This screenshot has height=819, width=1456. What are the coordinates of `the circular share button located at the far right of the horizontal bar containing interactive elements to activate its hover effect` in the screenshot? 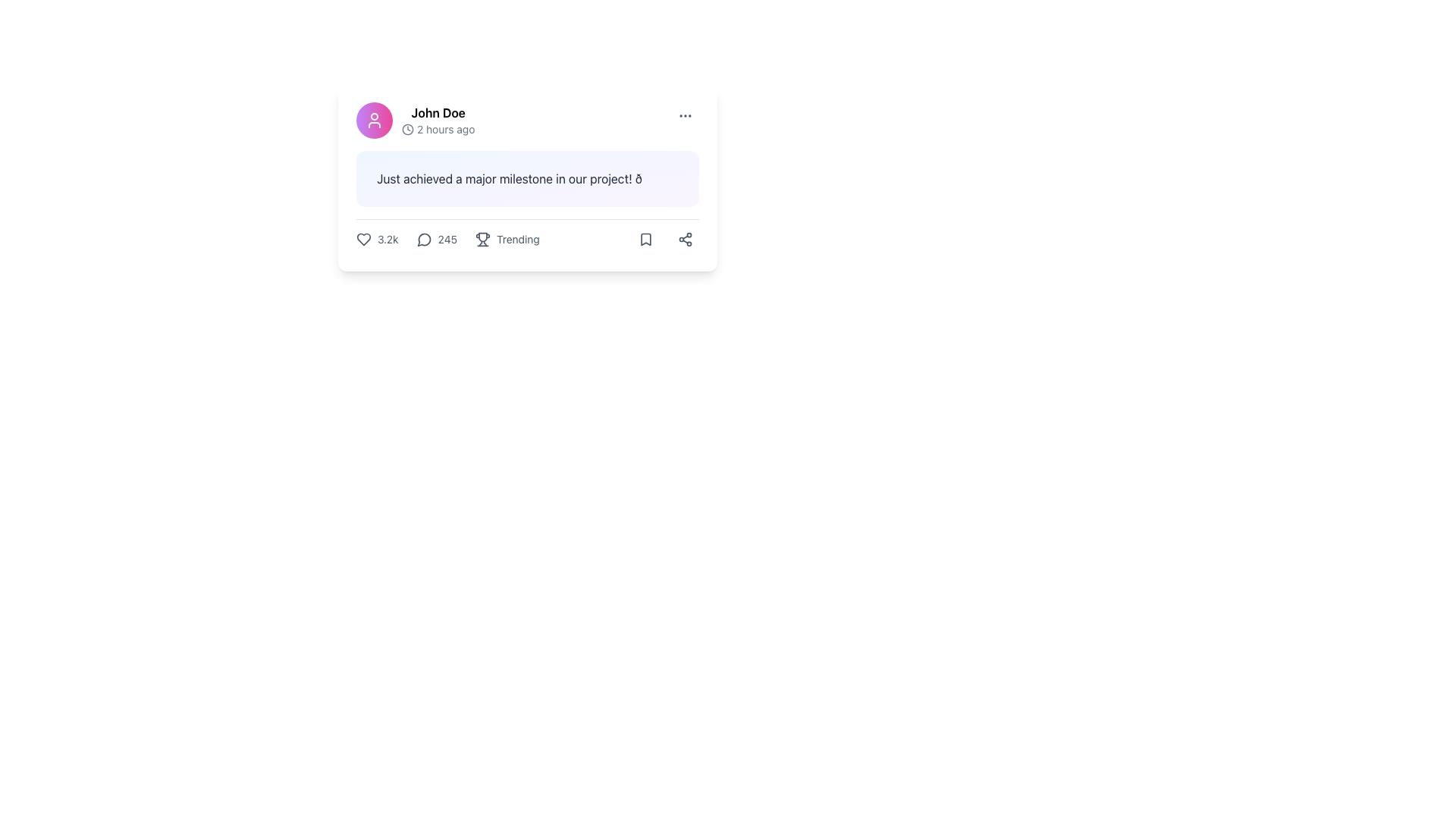 It's located at (684, 239).